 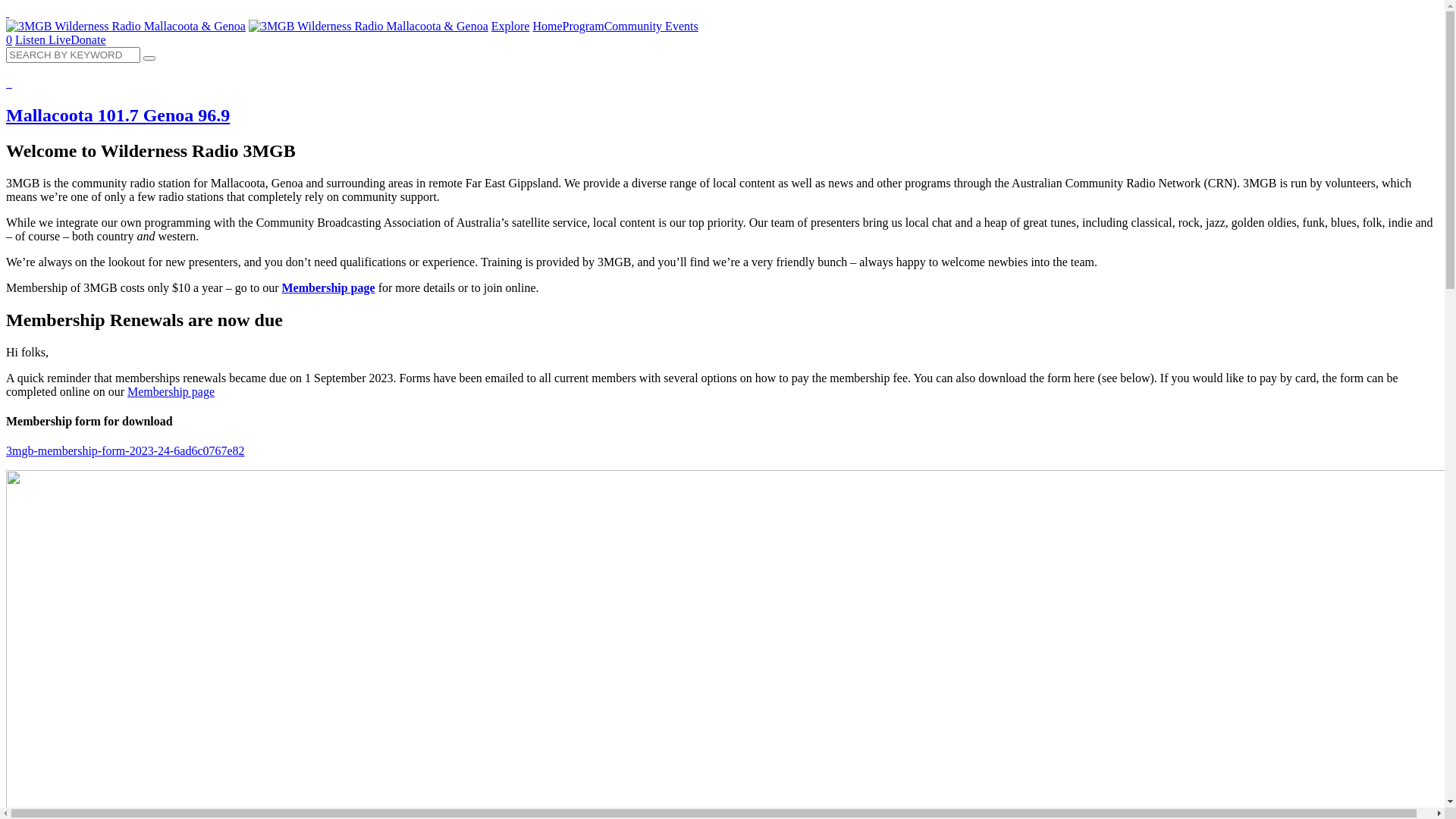 What do you see at coordinates (127, 391) in the screenshot?
I see `'Membership page'` at bounding box center [127, 391].